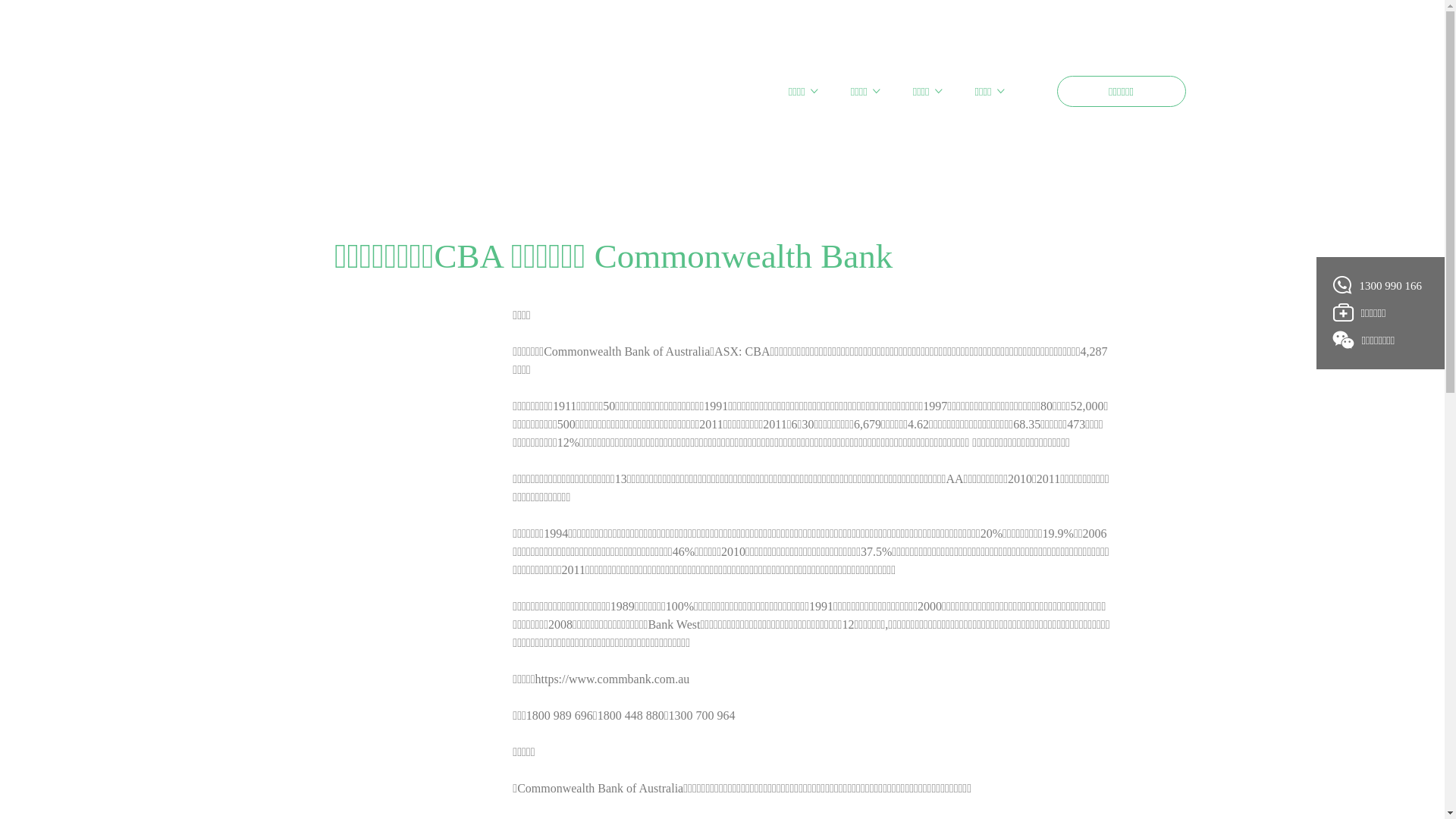 This screenshot has width=1456, height=819. Describe the element at coordinates (1332, 284) in the screenshot. I see `'1300 990 166'` at that location.